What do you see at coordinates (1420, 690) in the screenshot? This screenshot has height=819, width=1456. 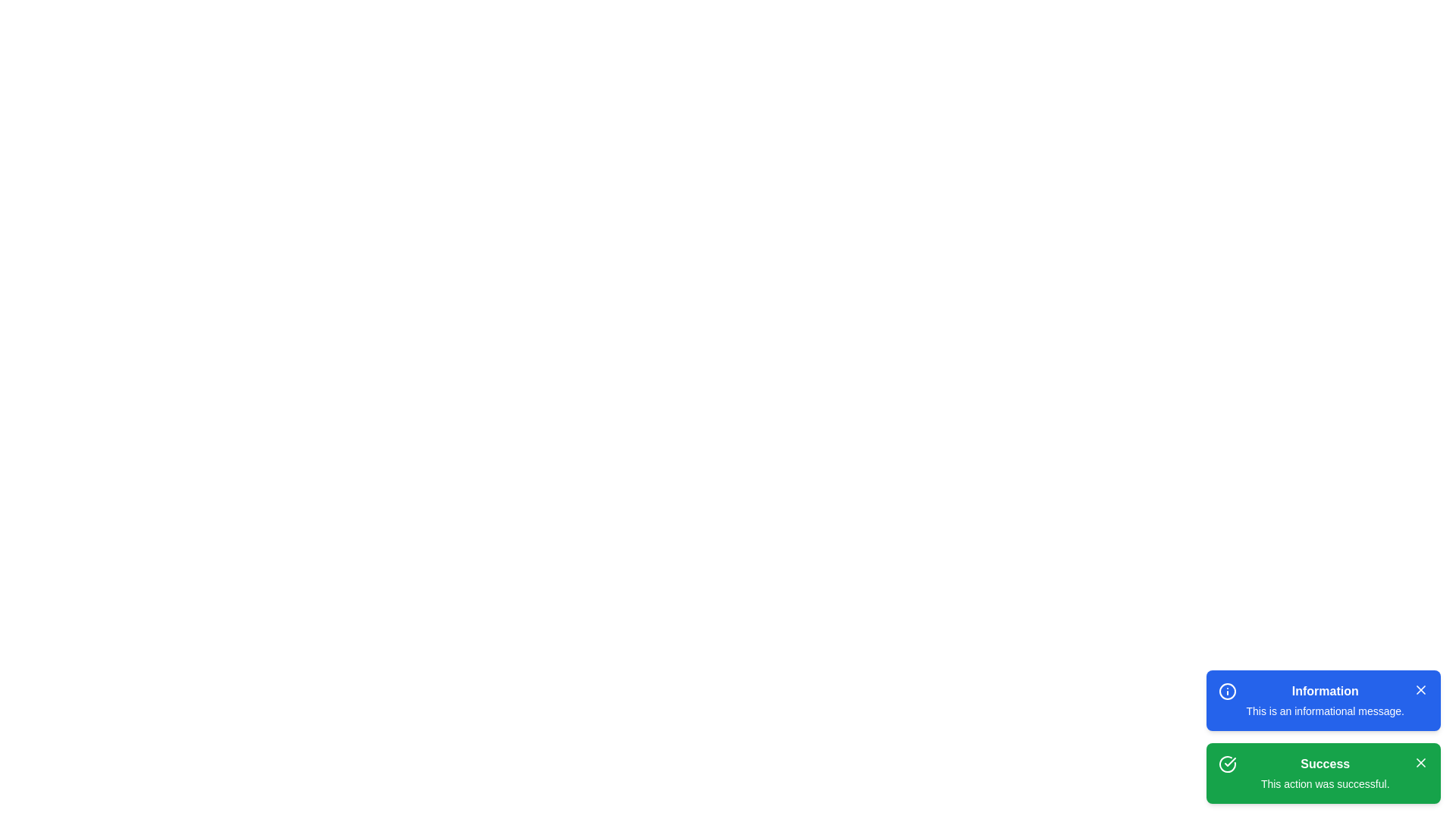 I see `the small button with a white 'X' icon on a square blue background located at the top-right corner of the 'Information' notification box` at bounding box center [1420, 690].